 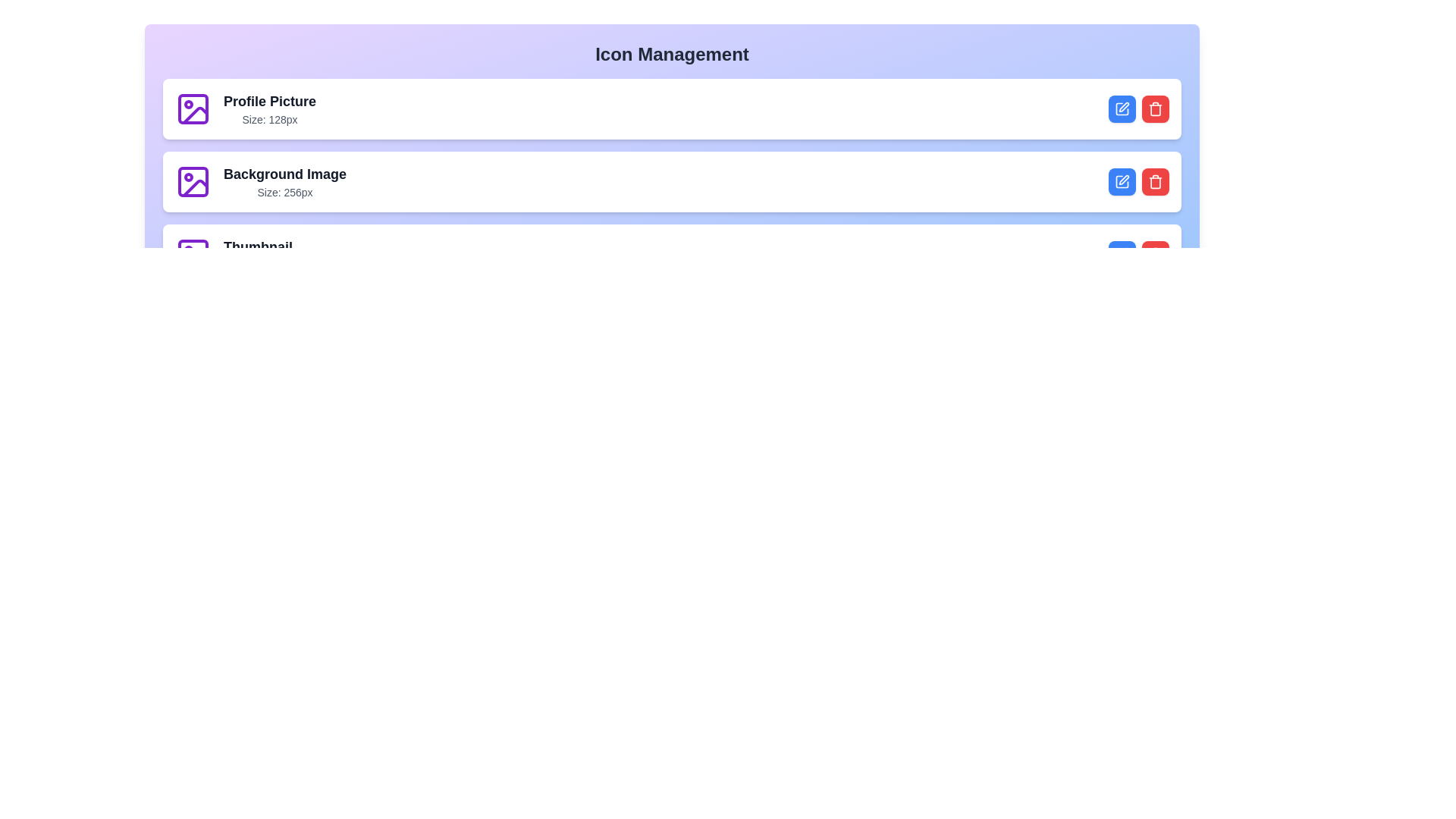 What do you see at coordinates (192, 180) in the screenshot?
I see `the small rectangle with rounded corners that has a purple border, located inside the SVG icon for images, which is grouped under 'Background Image'` at bounding box center [192, 180].